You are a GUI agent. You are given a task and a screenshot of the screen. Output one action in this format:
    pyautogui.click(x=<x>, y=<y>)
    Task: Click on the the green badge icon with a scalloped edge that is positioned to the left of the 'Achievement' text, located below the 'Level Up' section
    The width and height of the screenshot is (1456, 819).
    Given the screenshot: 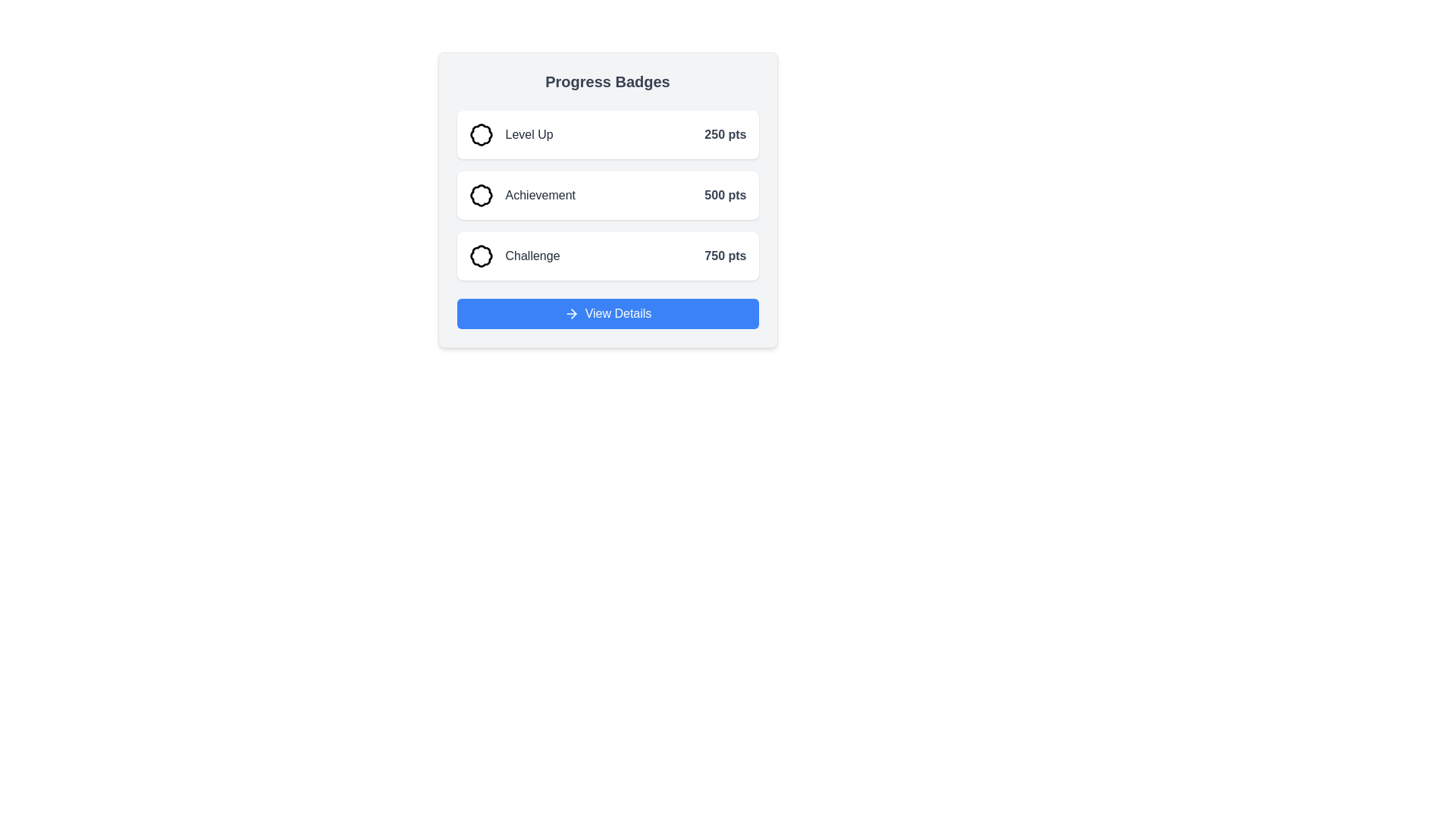 What is the action you would take?
    pyautogui.click(x=480, y=195)
    